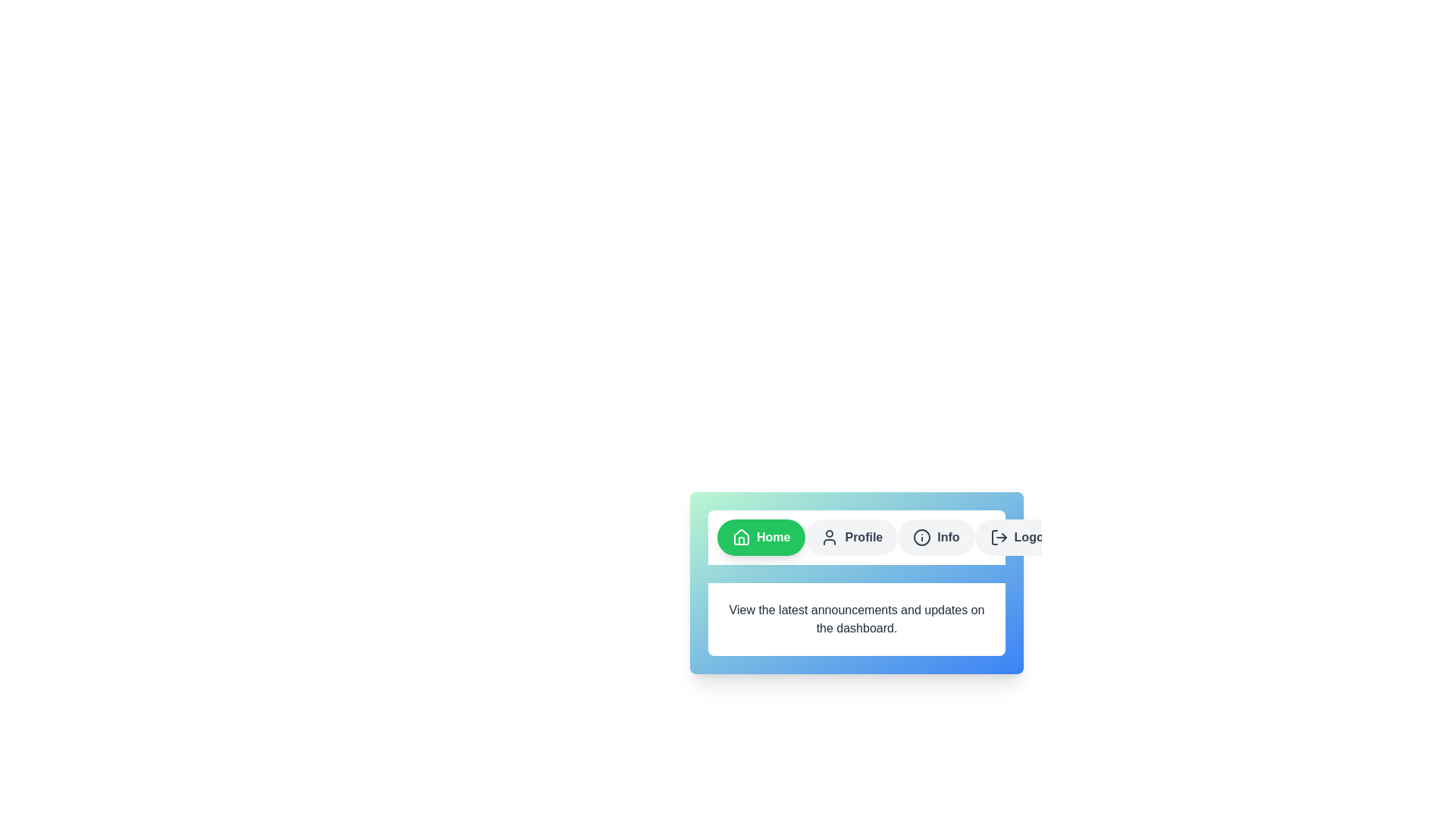 This screenshot has width=1456, height=819. Describe the element at coordinates (856, 620) in the screenshot. I see `the text block that reads 'View the latest announcements and updates on the dashboard.' which is centered within a white-rounded rectangle below the navigation bar` at that location.